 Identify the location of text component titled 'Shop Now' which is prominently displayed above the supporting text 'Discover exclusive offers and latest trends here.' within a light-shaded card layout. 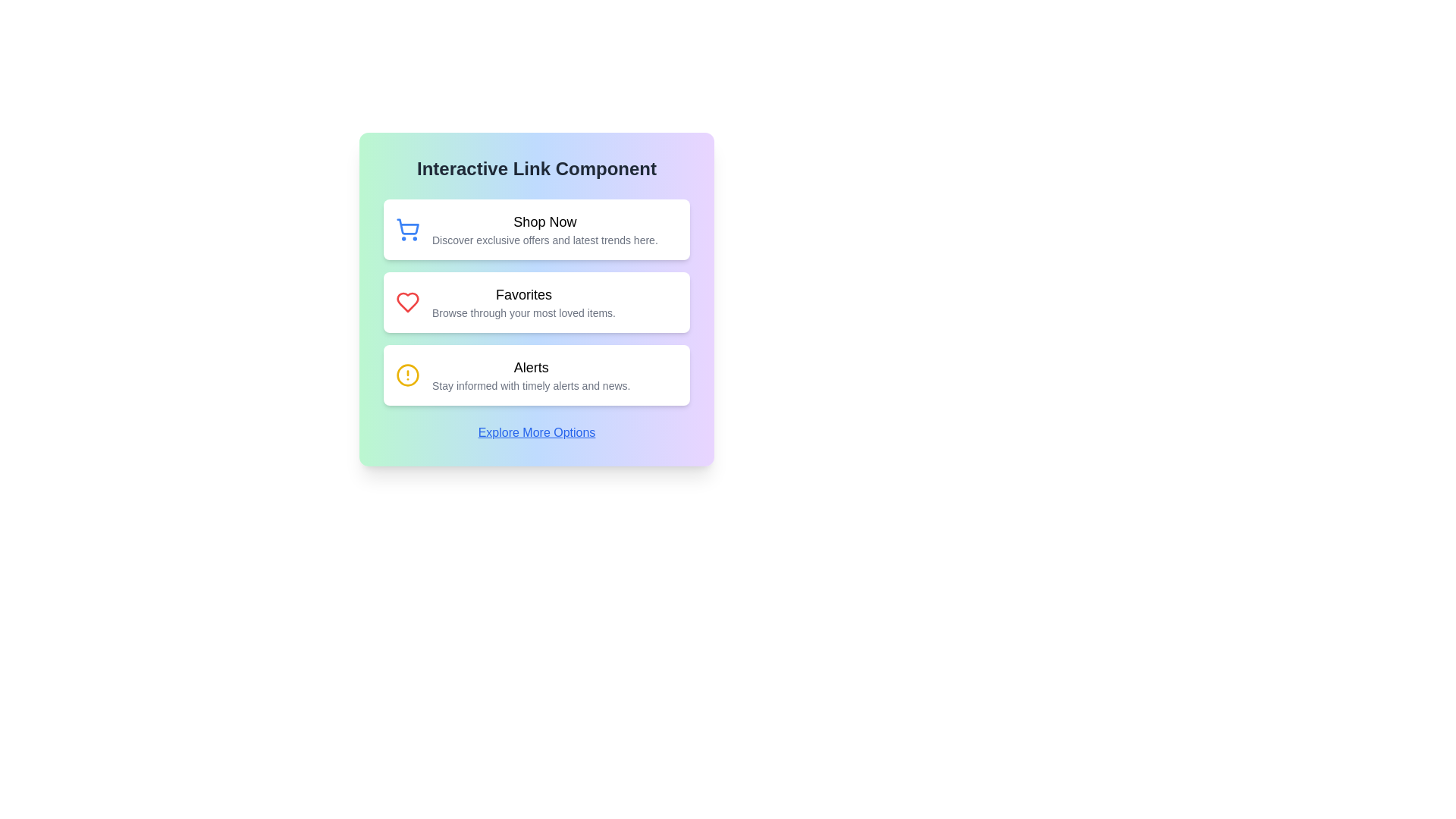
(544, 230).